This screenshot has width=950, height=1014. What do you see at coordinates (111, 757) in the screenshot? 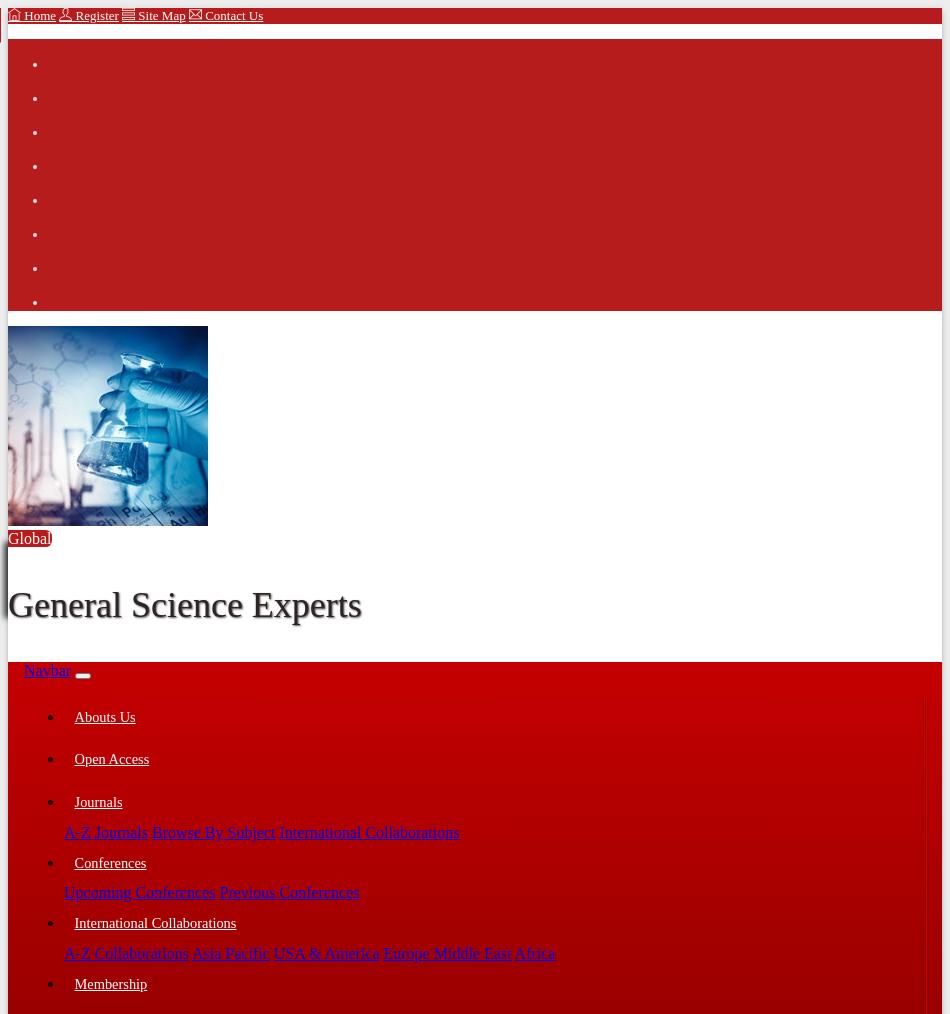
I see `'Open Access'` at bounding box center [111, 757].